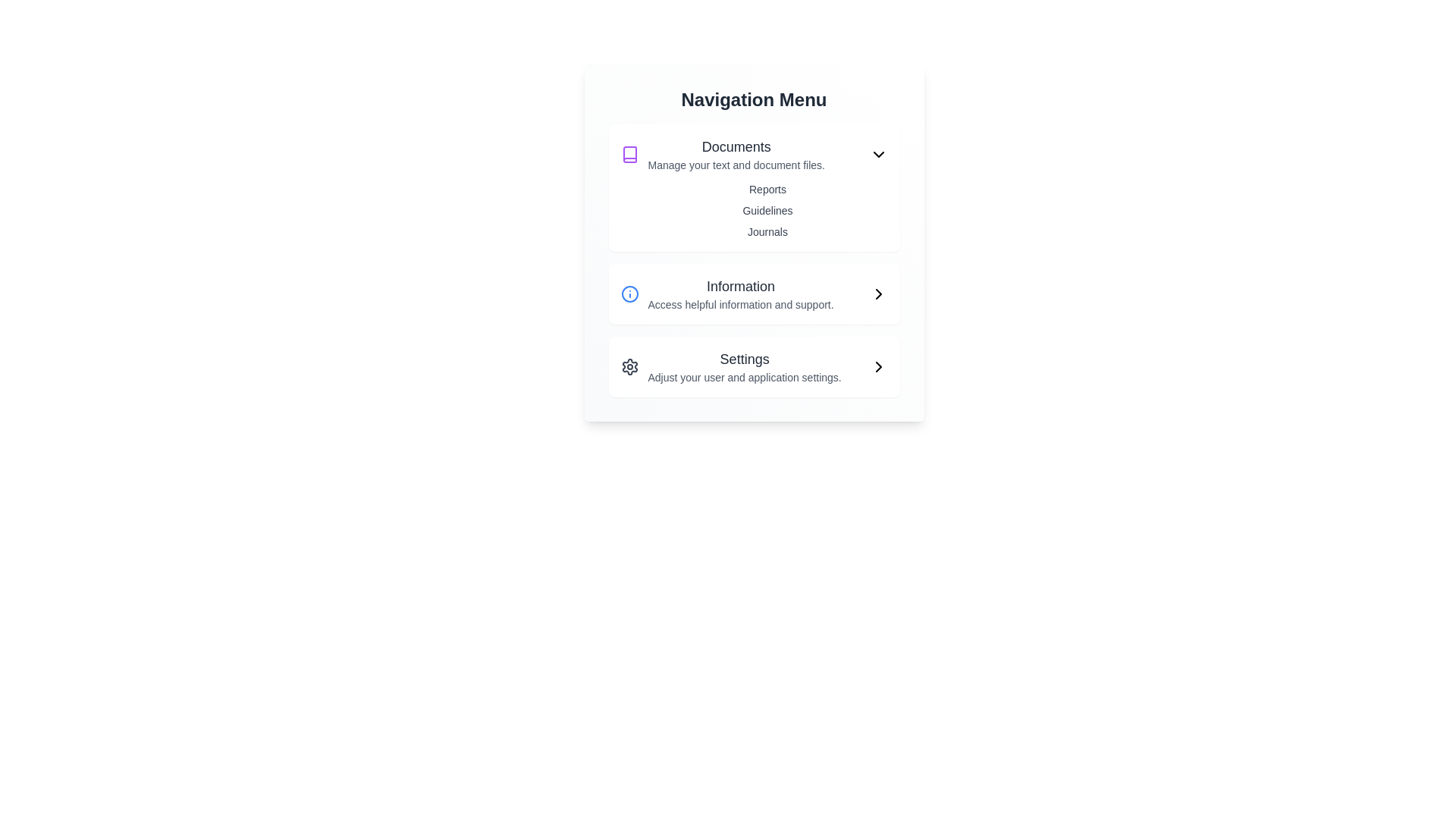  Describe the element at coordinates (754, 155) in the screenshot. I see `the 'Documents' button located at the top of the card, which is the first interactive element` at that location.